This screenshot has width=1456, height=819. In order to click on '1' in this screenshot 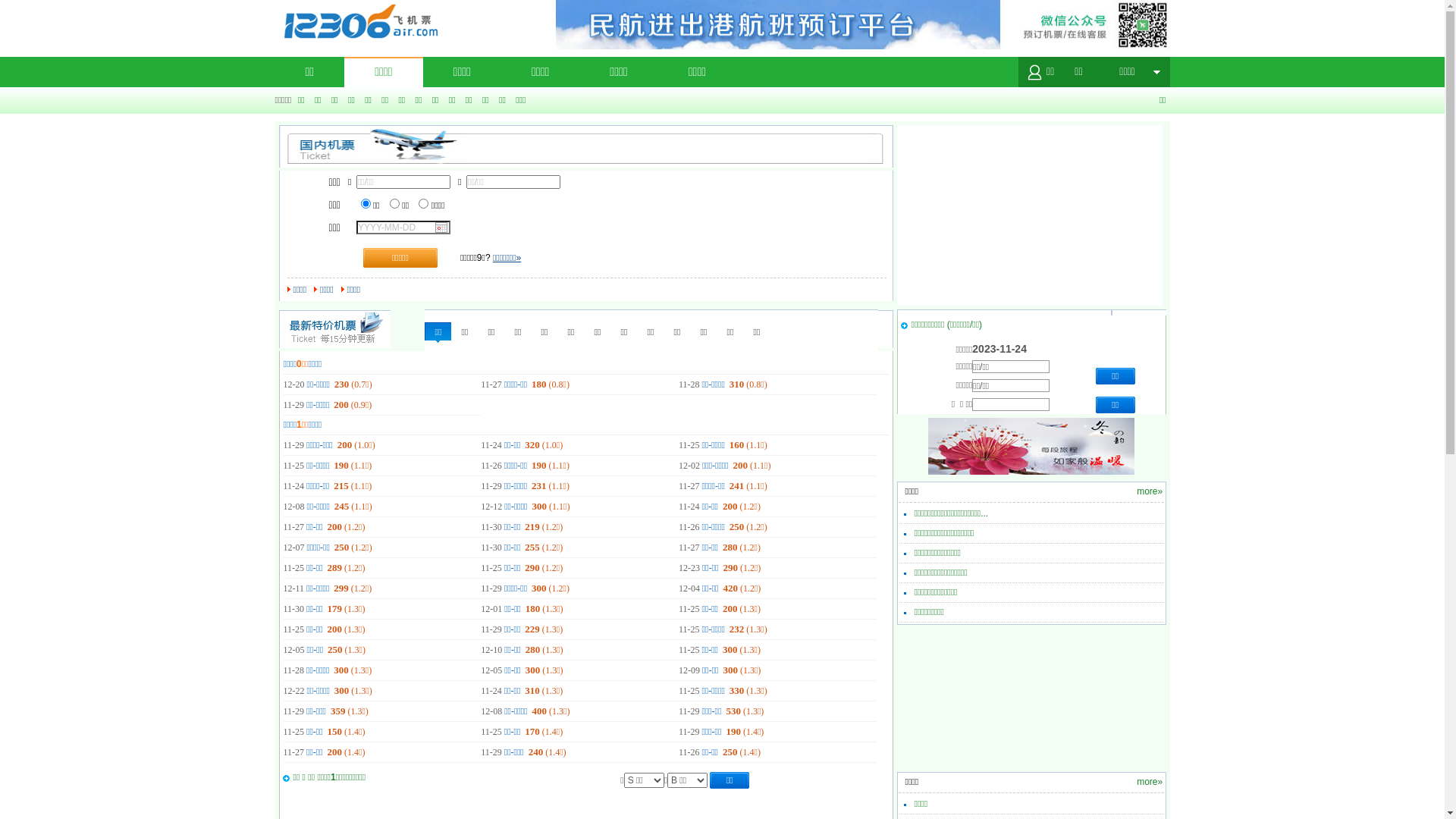, I will do `click(366, 202)`.